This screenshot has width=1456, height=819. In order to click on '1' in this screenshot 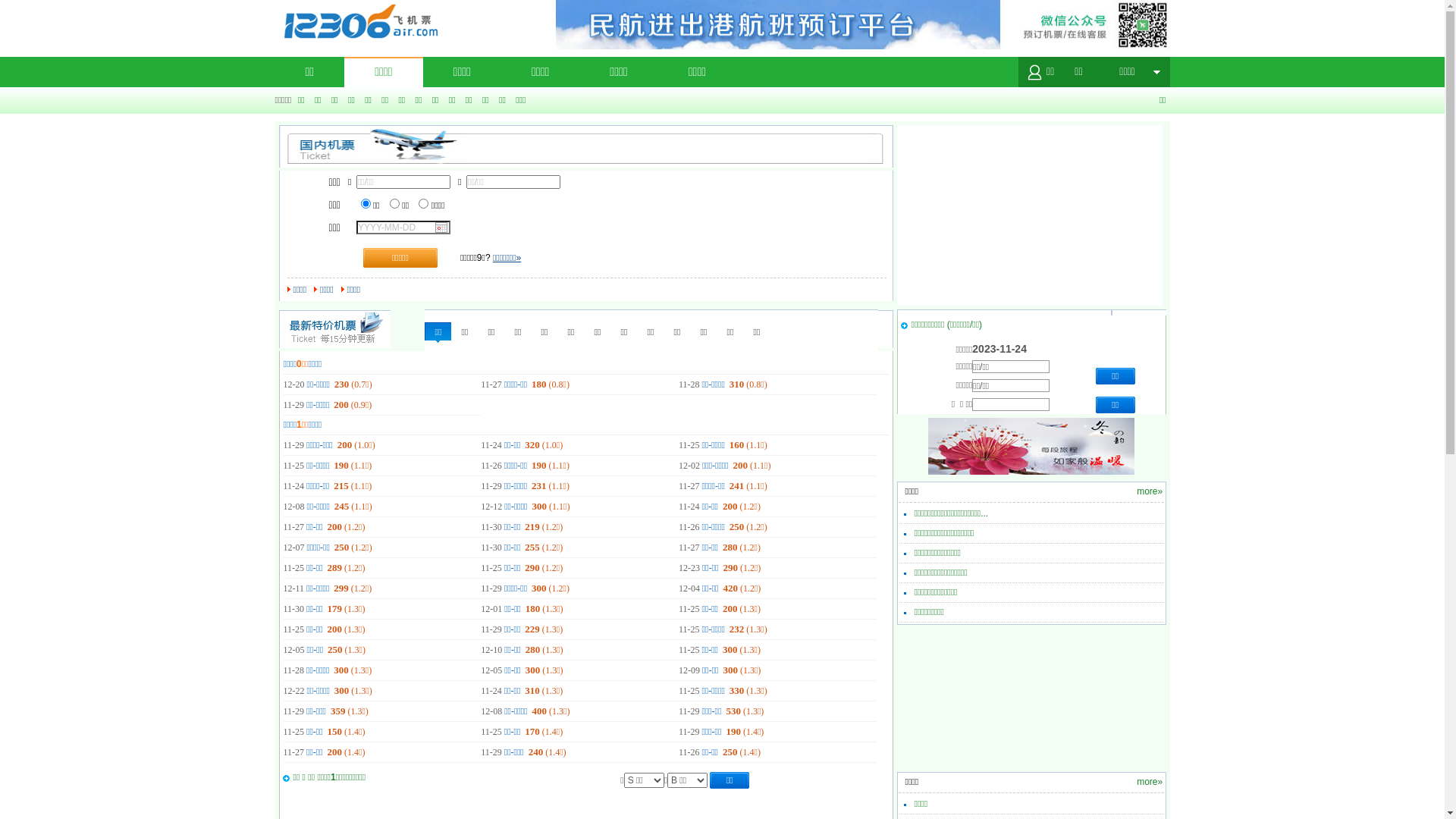, I will do `click(366, 202)`.